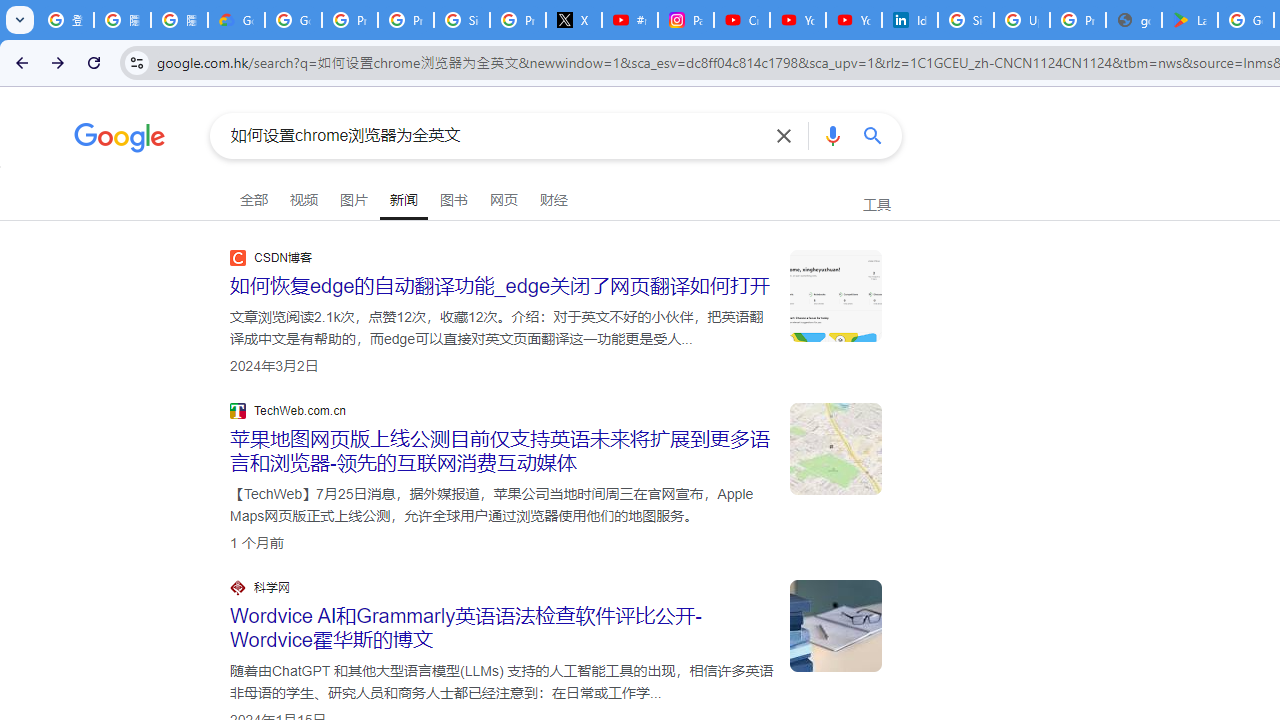 The image size is (1280, 720). Describe the element at coordinates (628, 20) in the screenshot. I see `'#nbabasketballhighlights - YouTube'` at that location.